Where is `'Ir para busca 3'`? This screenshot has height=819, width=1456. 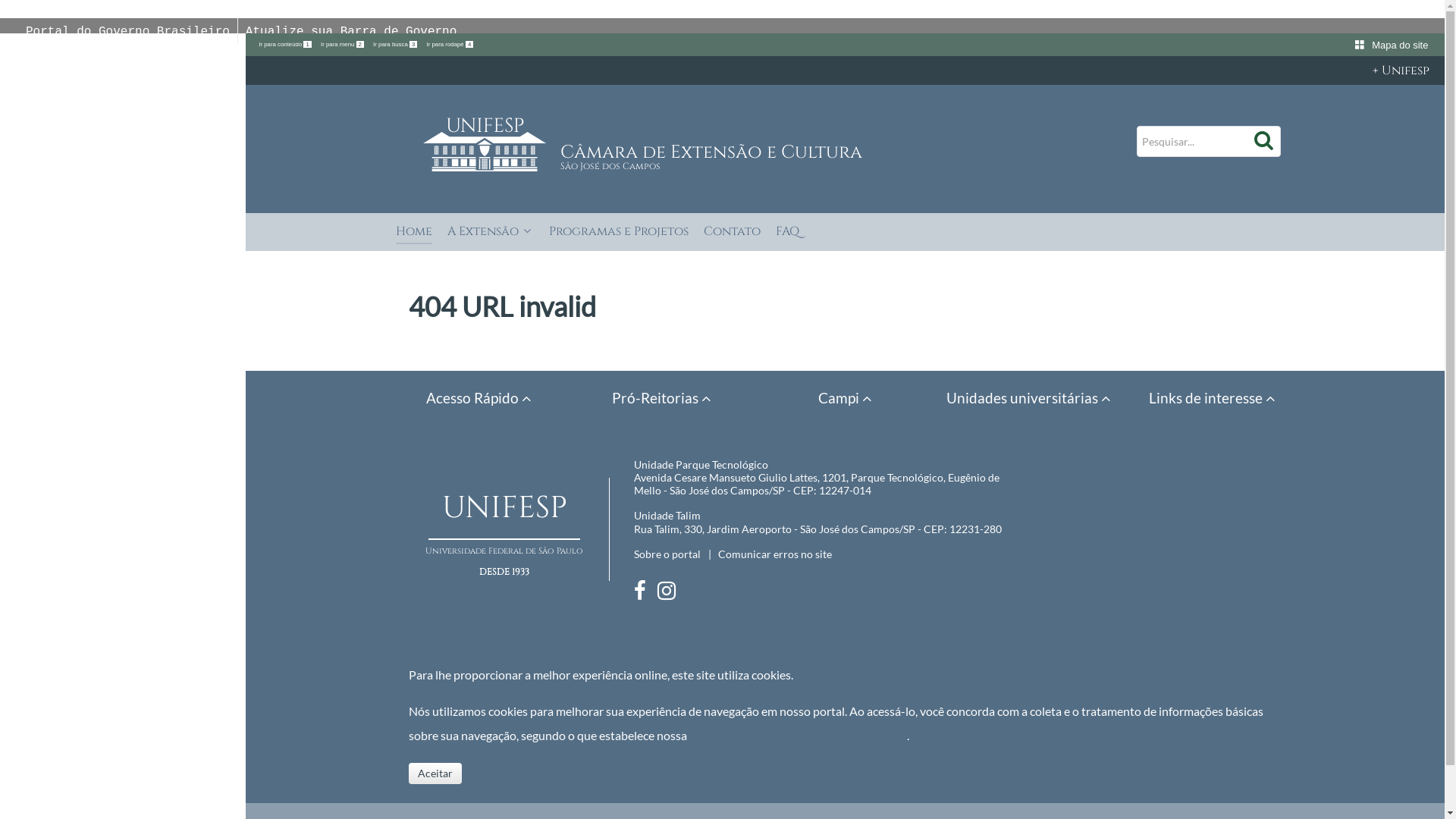 'Ir para busca 3' is located at coordinates (396, 43).